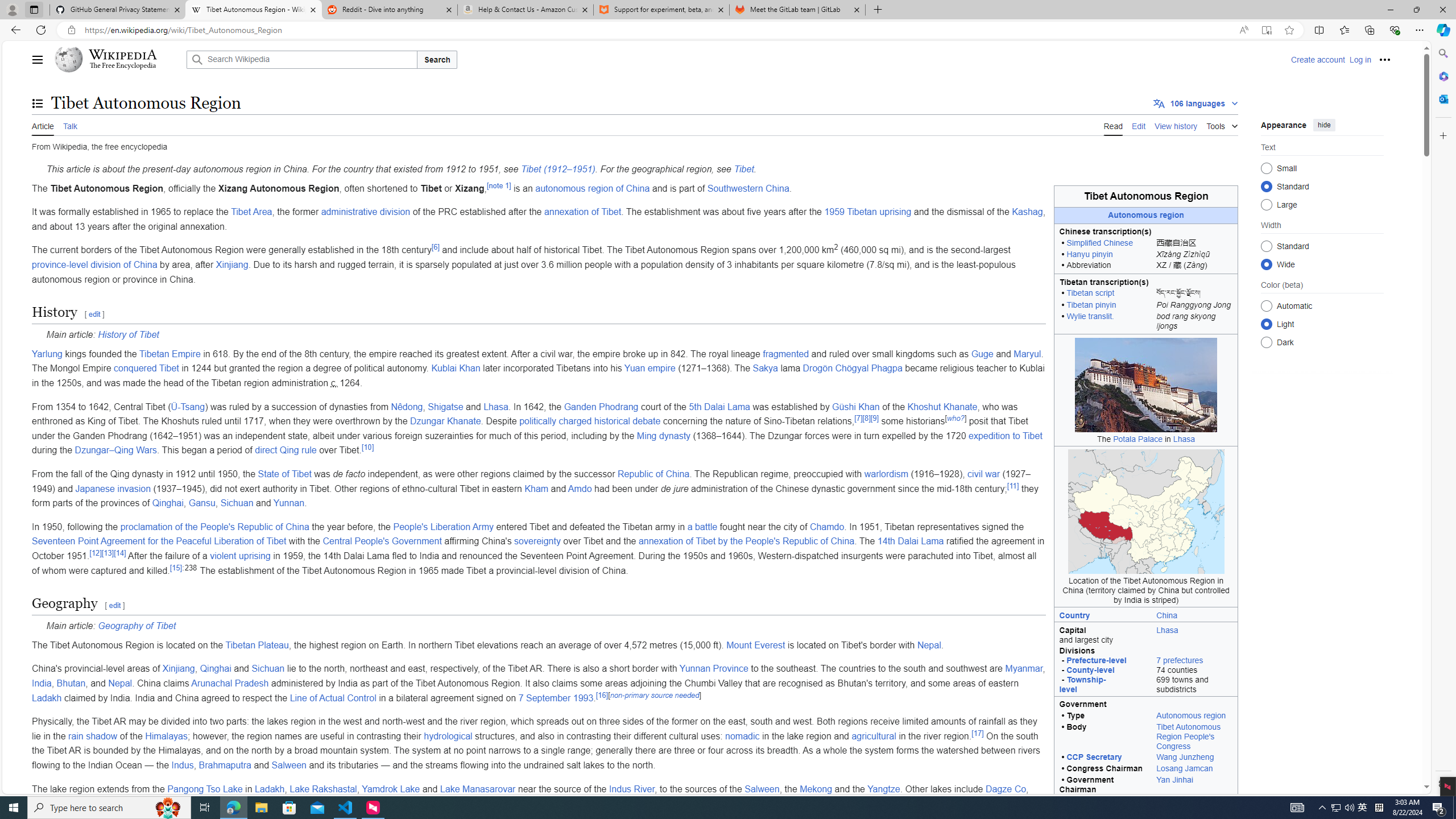 The height and width of the screenshot is (819, 1456). What do you see at coordinates (1027, 211) in the screenshot?
I see `'Kashag'` at bounding box center [1027, 211].